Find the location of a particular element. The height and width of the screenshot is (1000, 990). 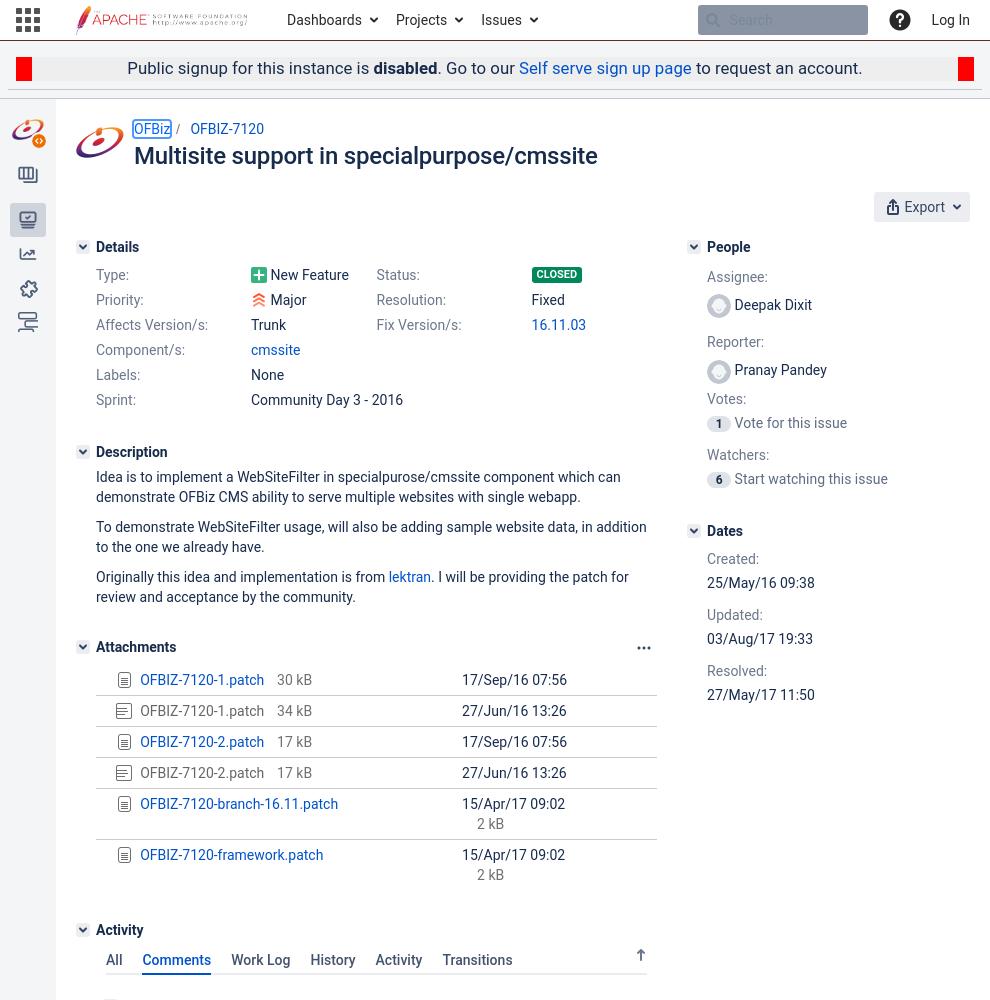

'Fix Version/s:' is located at coordinates (417, 323).